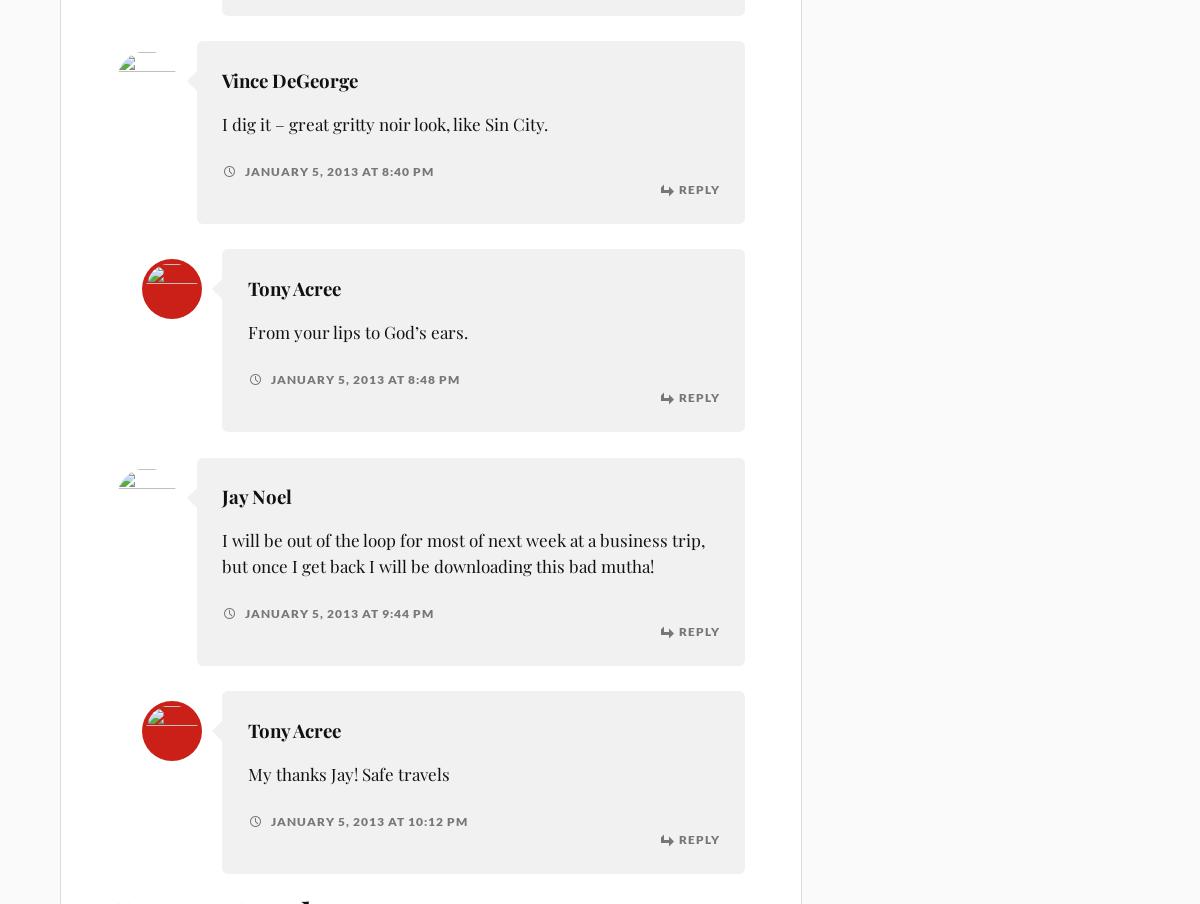 The width and height of the screenshot is (1200, 904). I want to click on 'From your lips to God’s ears.', so click(357, 331).